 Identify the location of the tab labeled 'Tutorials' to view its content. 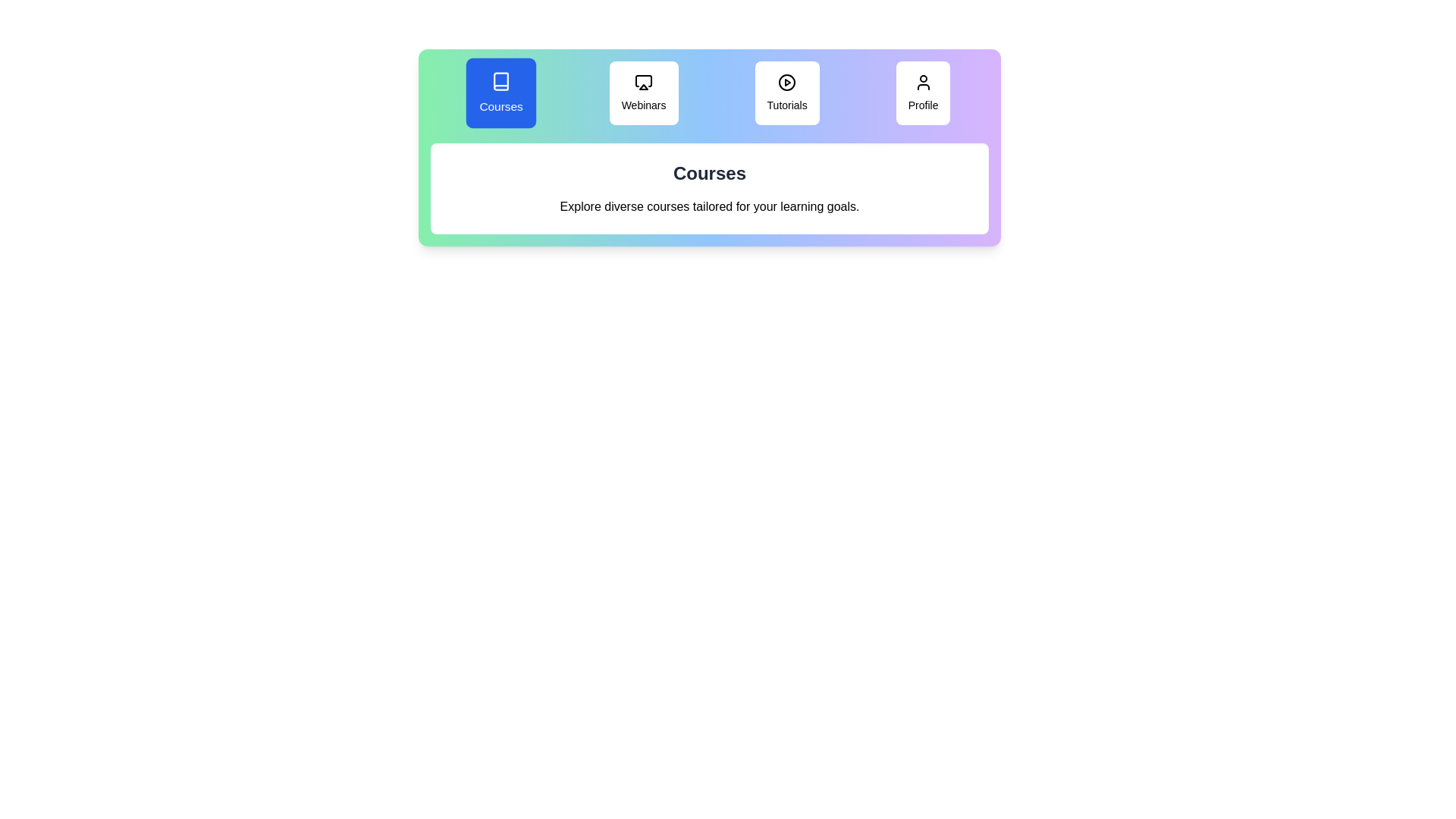
(787, 93).